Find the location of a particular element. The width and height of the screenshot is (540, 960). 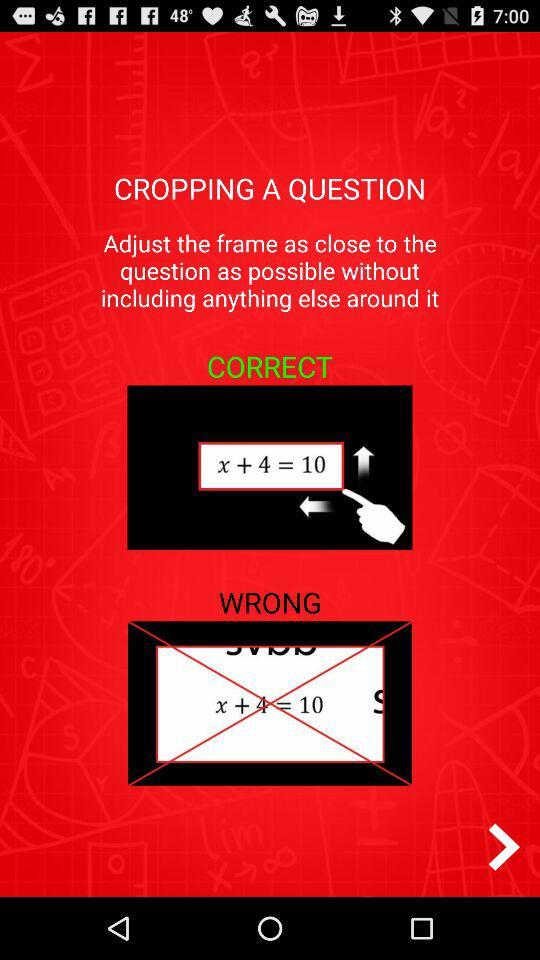

the arrow_forward icon is located at coordinates (503, 906).